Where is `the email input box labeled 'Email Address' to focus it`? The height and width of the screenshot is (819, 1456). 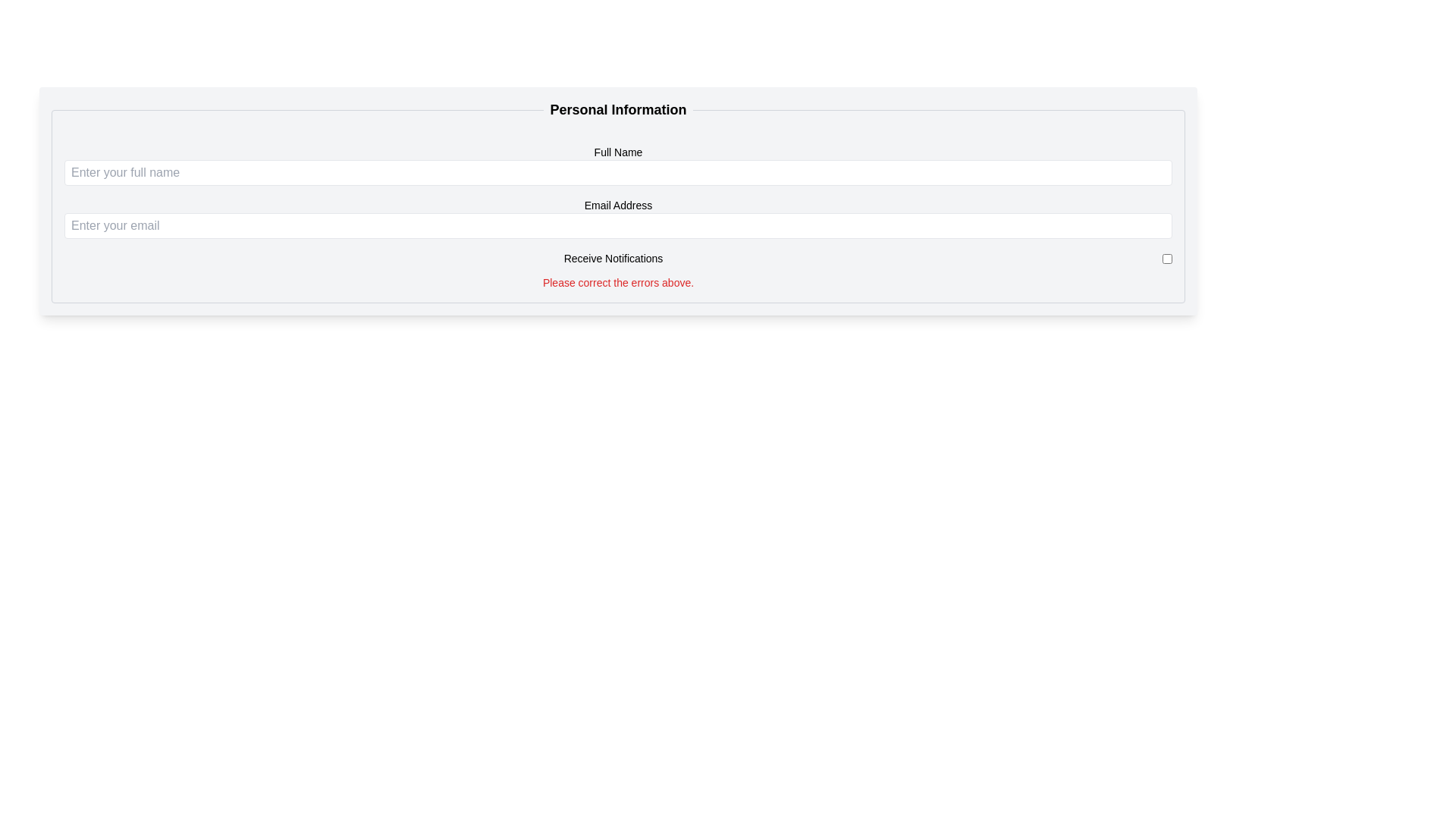 the email input box labeled 'Email Address' to focus it is located at coordinates (618, 218).